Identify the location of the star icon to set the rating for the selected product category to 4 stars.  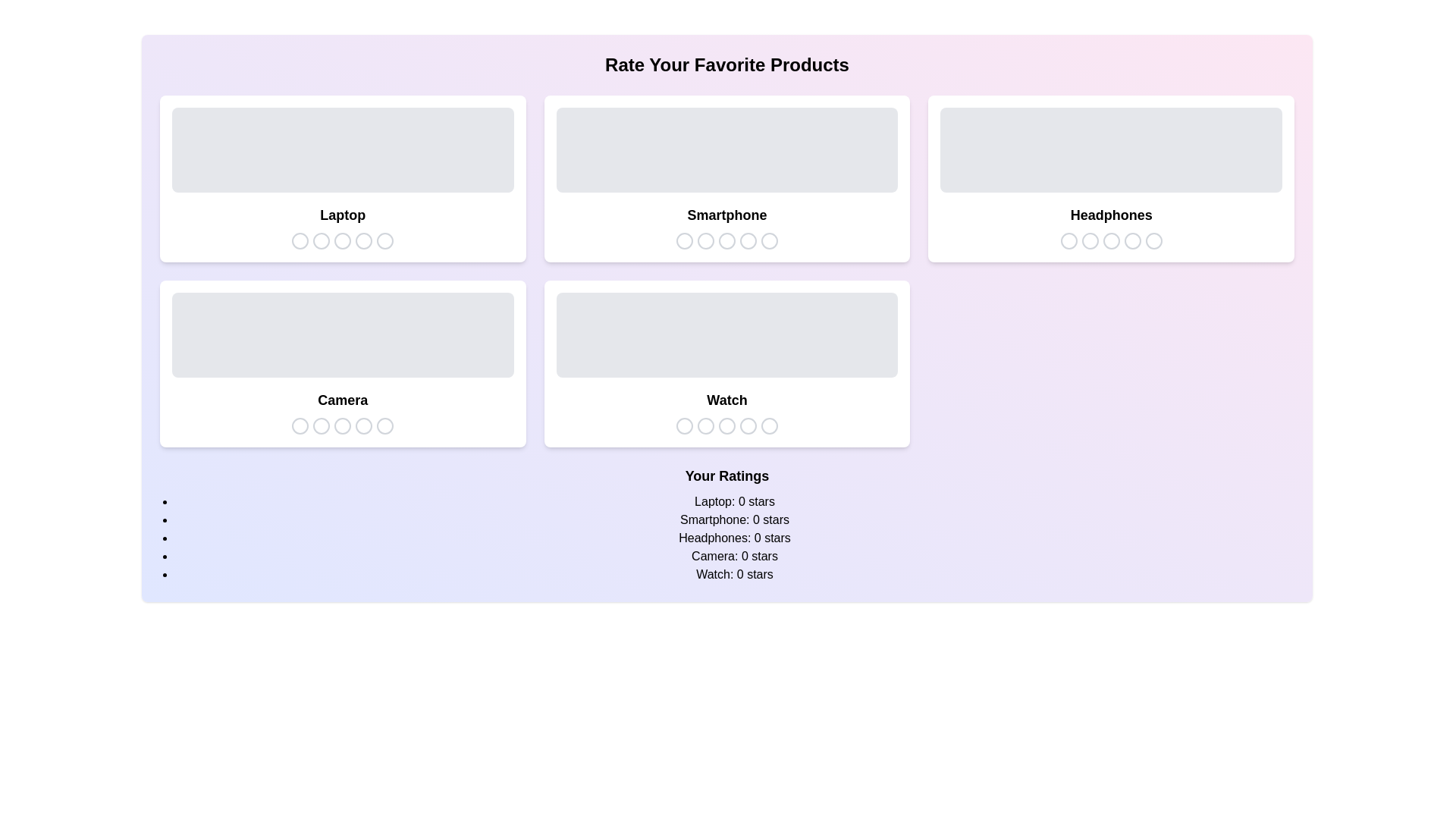
(364, 240).